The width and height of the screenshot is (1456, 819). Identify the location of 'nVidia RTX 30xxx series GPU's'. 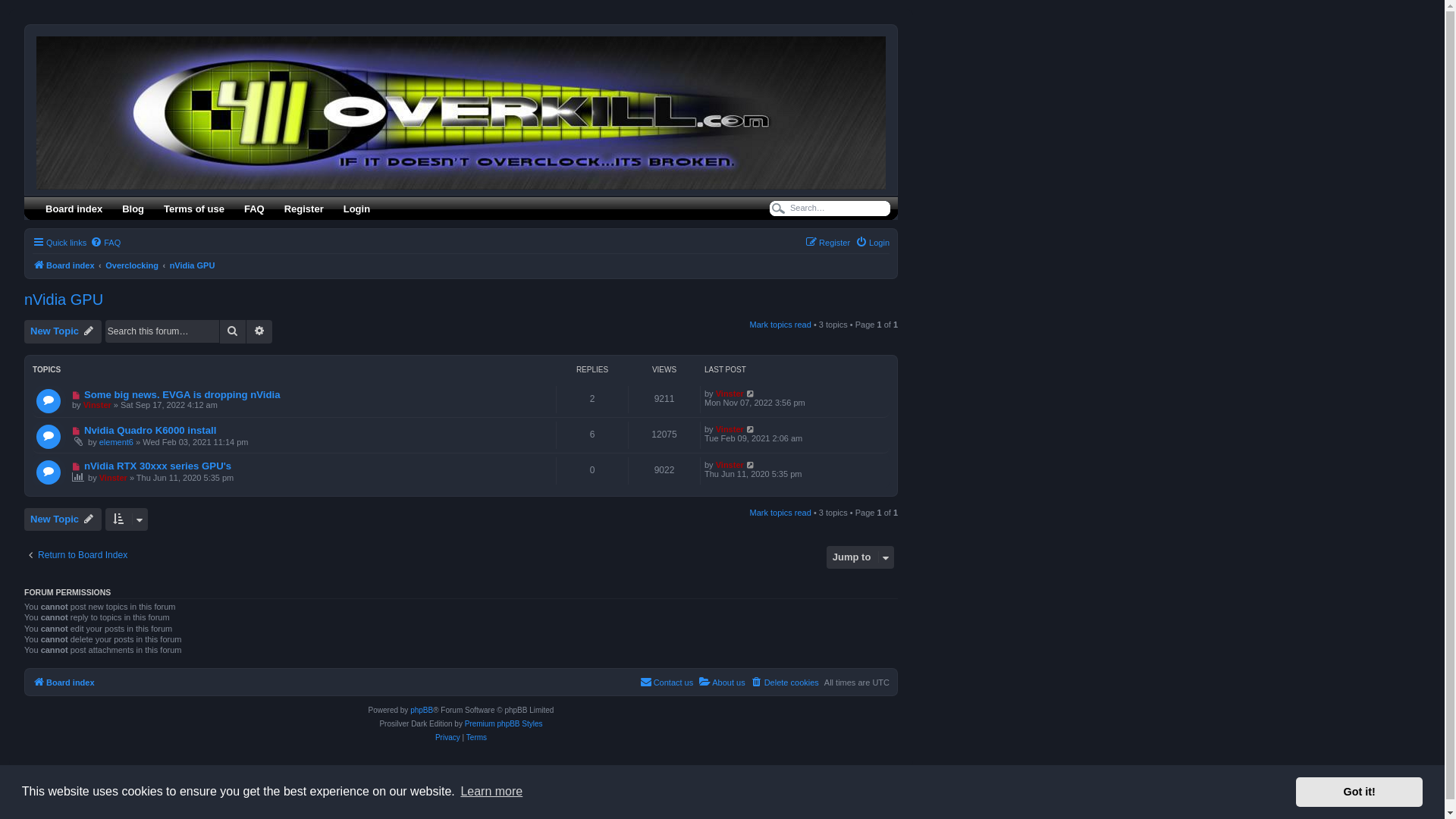
(83, 465).